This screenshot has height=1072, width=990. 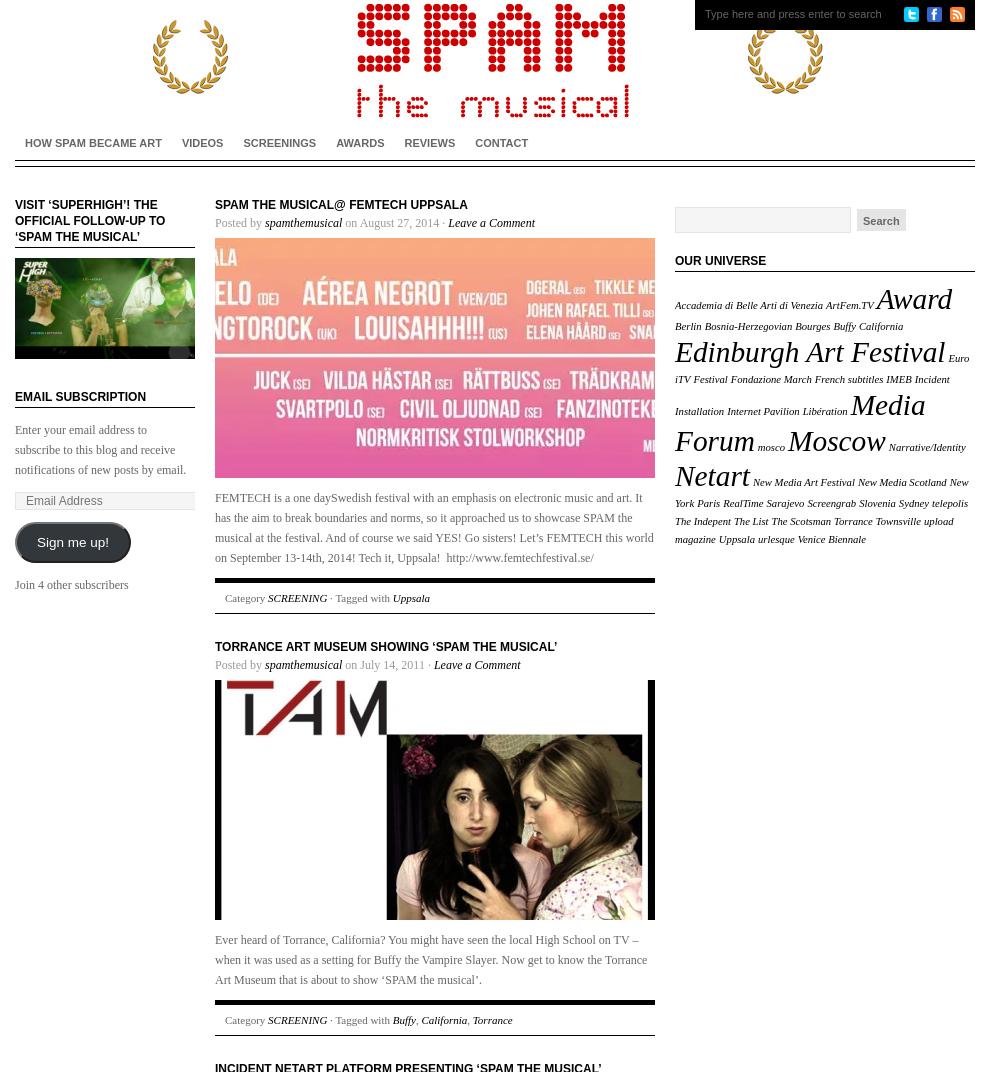 I want to click on 'AWARDS', so click(x=359, y=142).